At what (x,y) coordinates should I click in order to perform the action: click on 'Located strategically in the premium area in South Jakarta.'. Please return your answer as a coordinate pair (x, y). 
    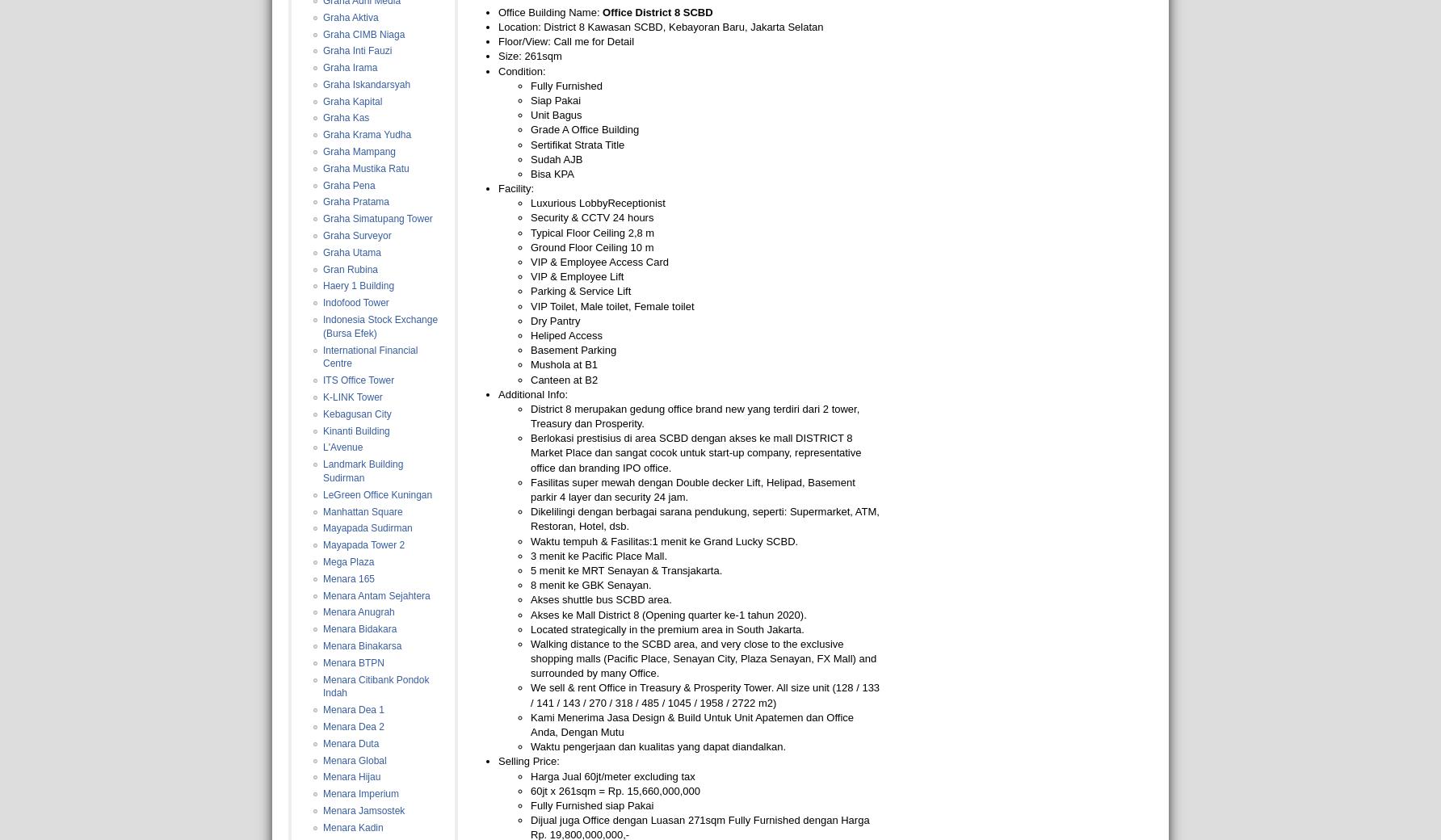
    Looking at the image, I should click on (666, 628).